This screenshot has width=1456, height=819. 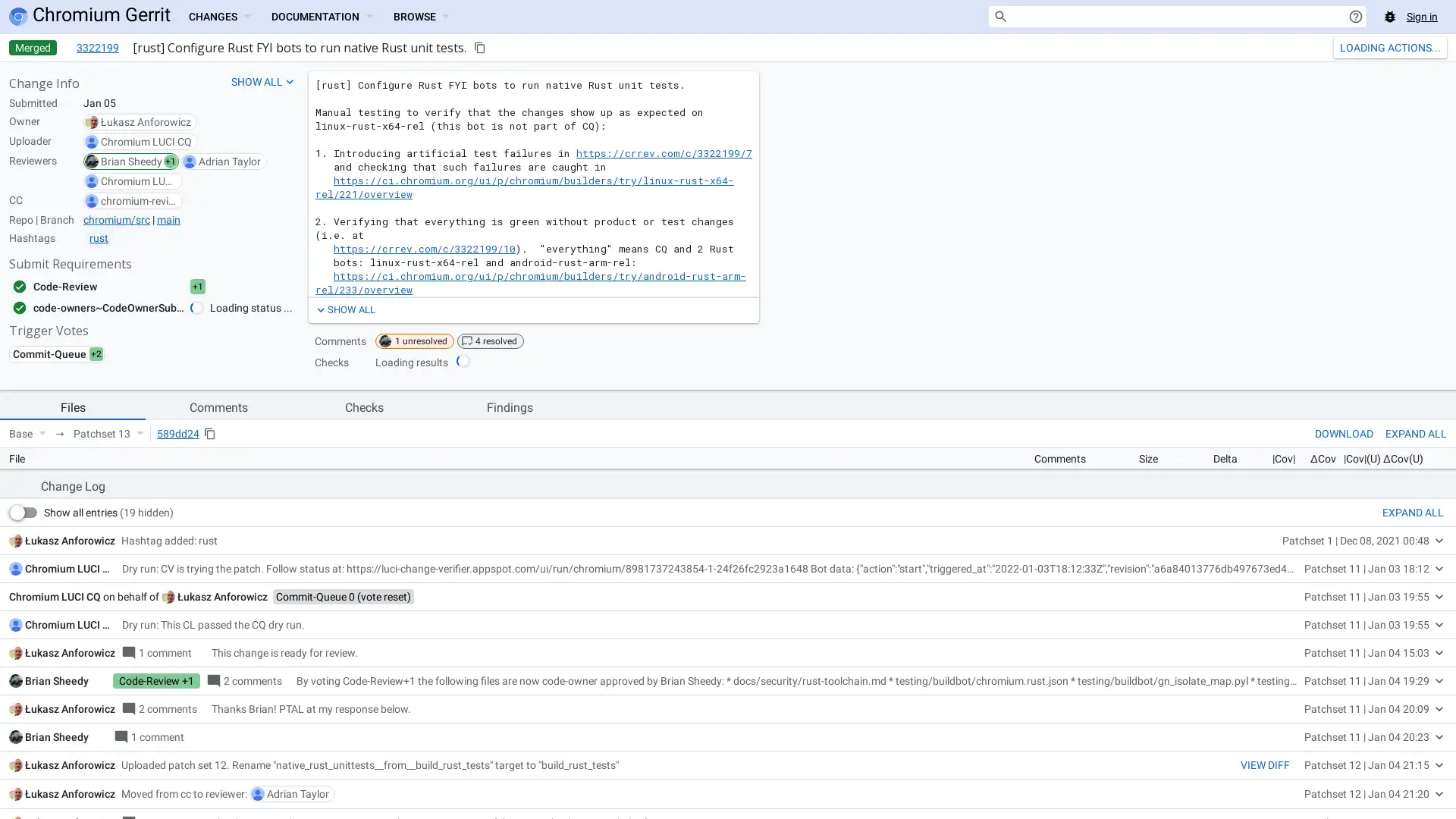 What do you see at coordinates (1436, 46) in the screenshot?
I see `More` at bounding box center [1436, 46].